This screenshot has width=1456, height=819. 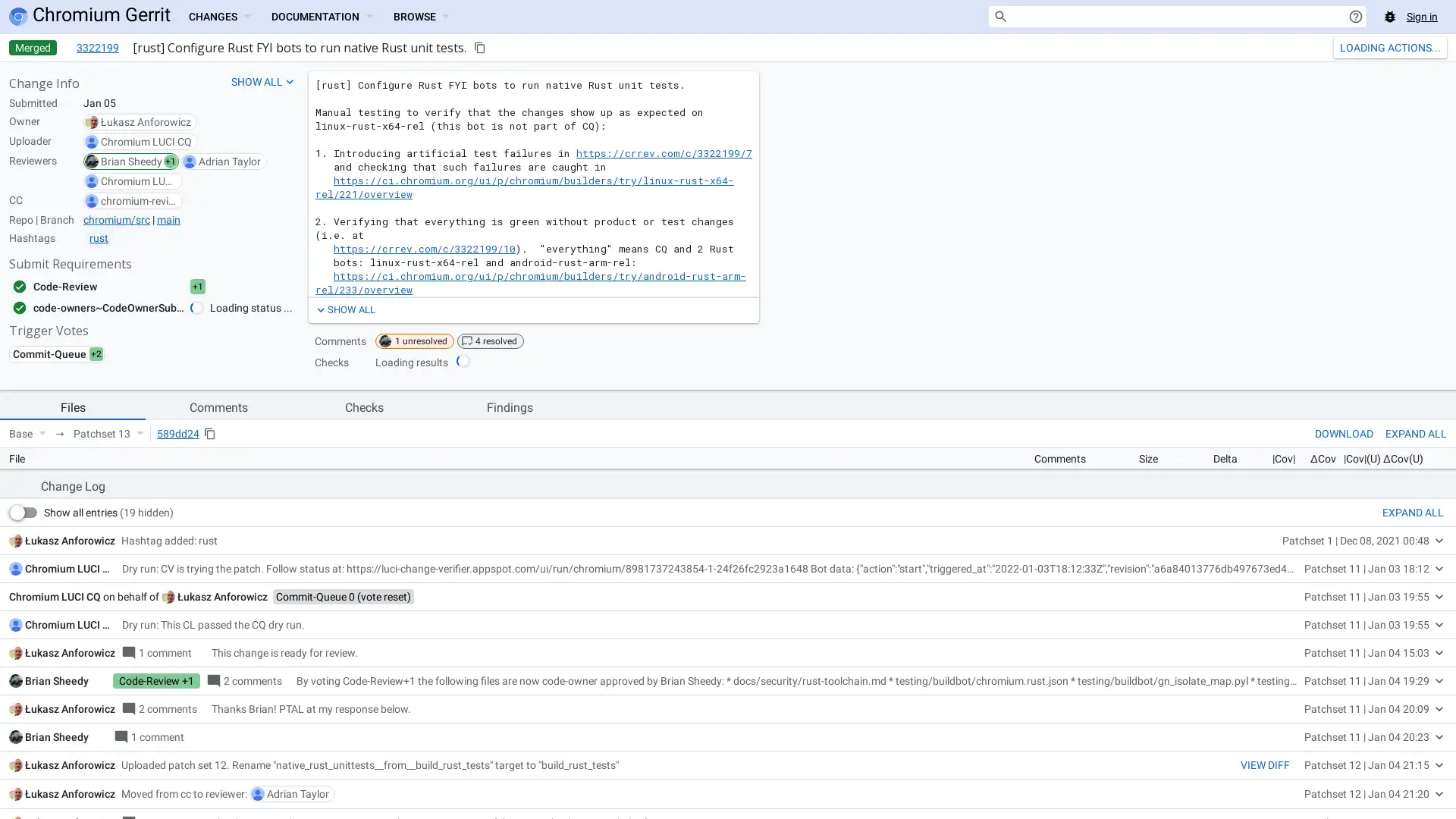 What do you see at coordinates (1436, 46) in the screenshot?
I see `More` at bounding box center [1436, 46].